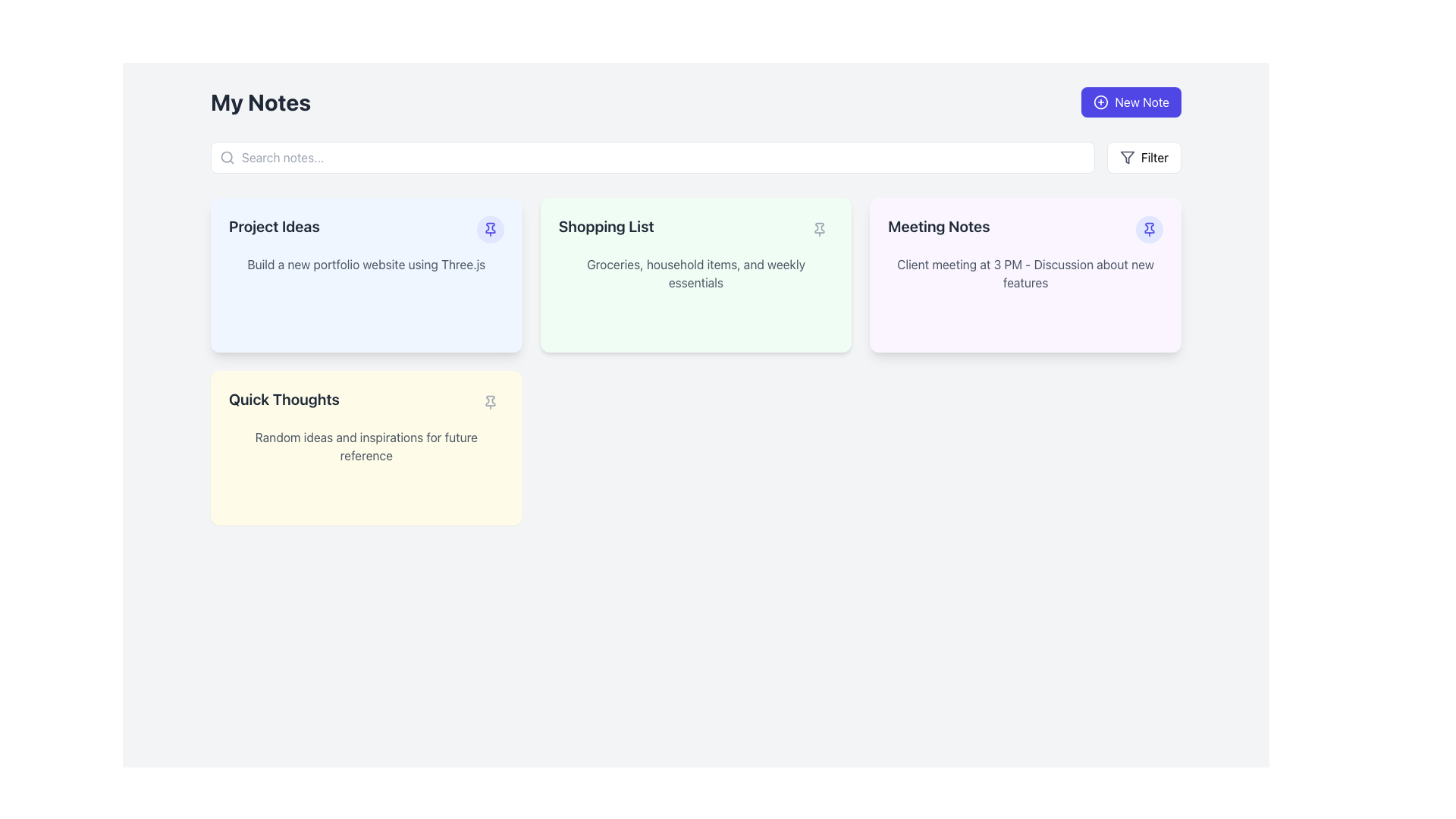  What do you see at coordinates (490, 402) in the screenshot?
I see `the button with an icon at the top-right corner of the yellow card labeled 'Quick Thoughts' to pin or unpin the card` at bounding box center [490, 402].